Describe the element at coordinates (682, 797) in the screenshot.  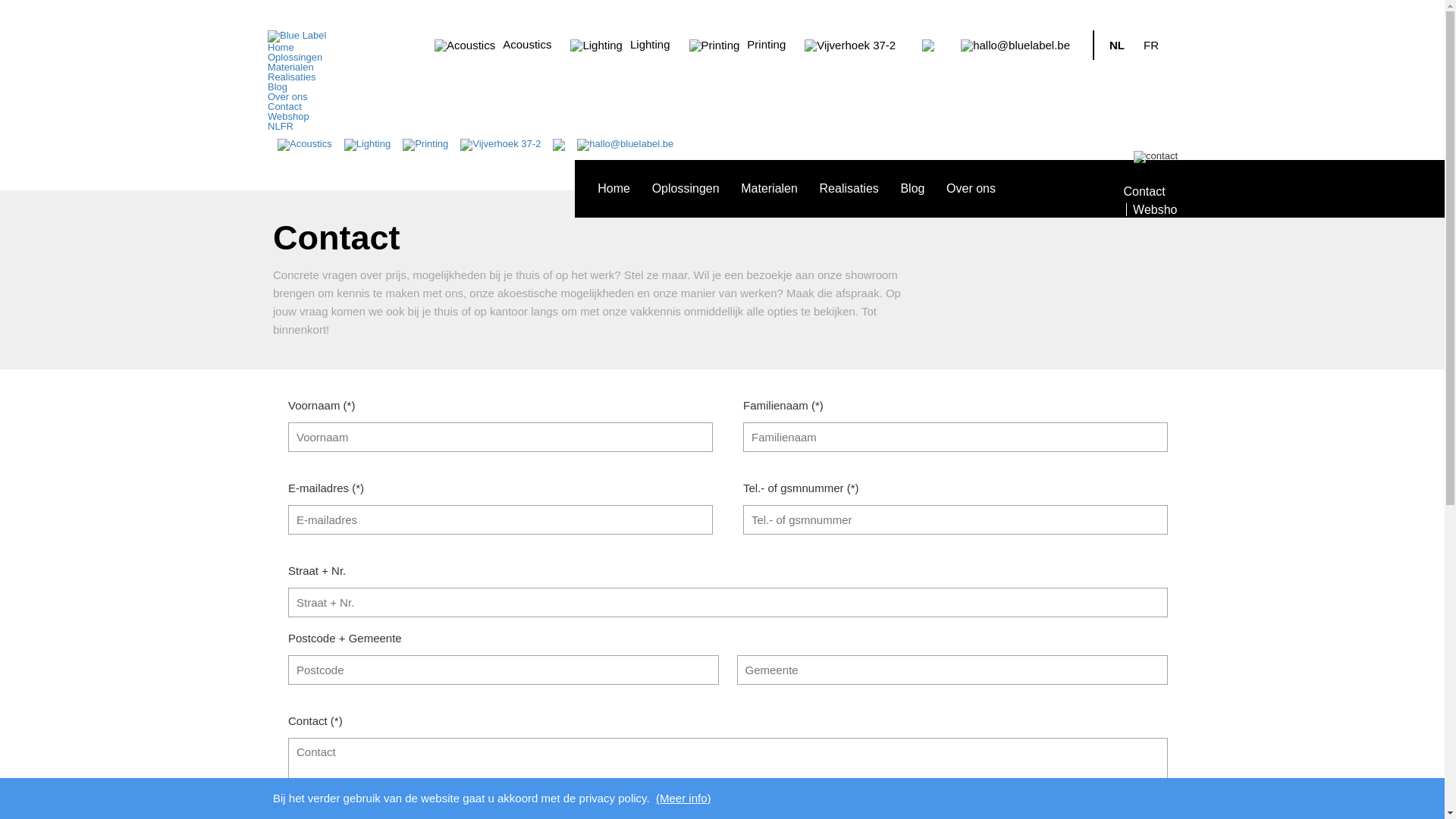
I see `'(Meer info)'` at that location.